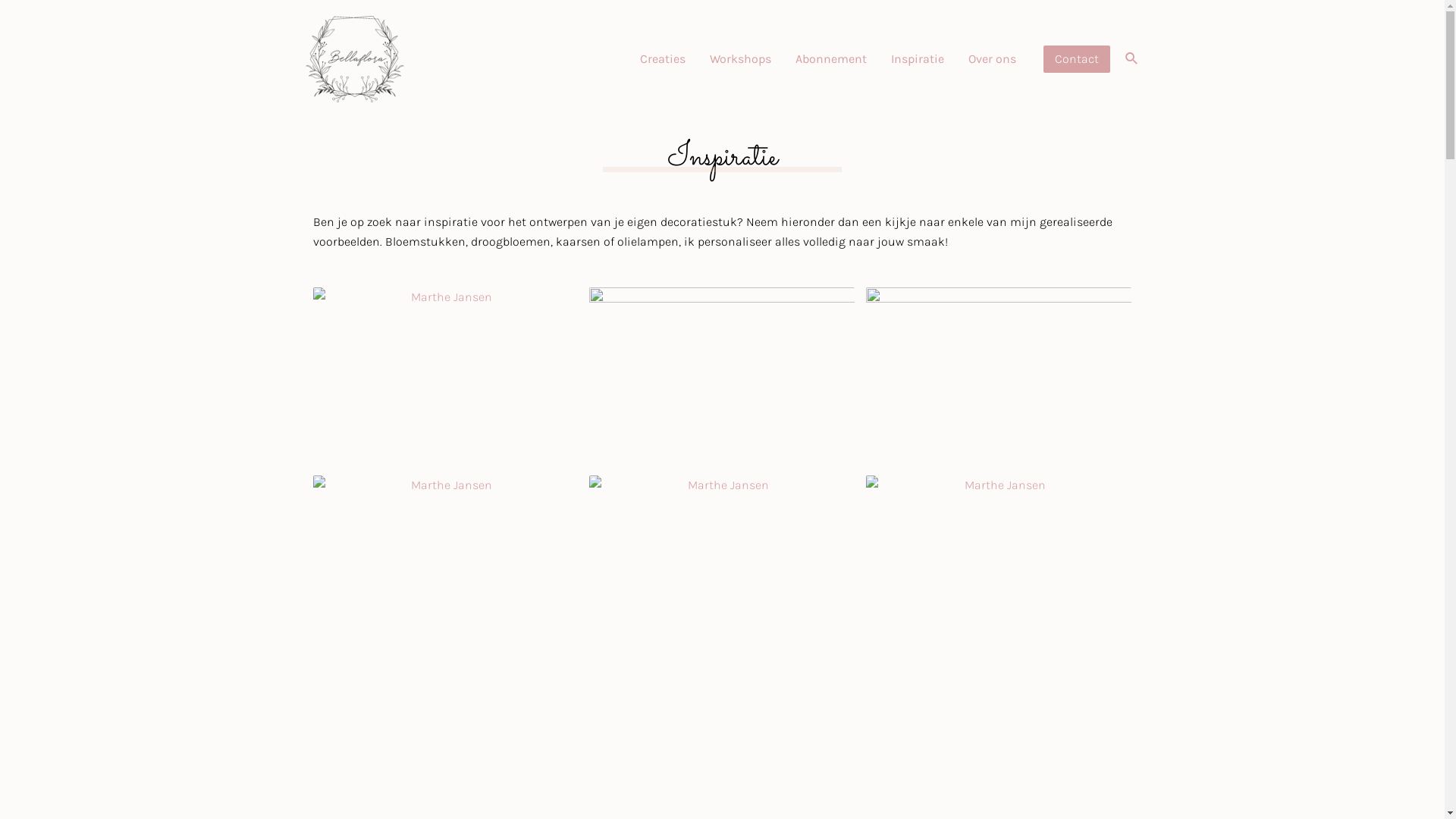 This screenshot has height=819, width=1456. Describe the element at coordinates (830, 58) in the screenshot. I see `'Abonnement'` at that location.